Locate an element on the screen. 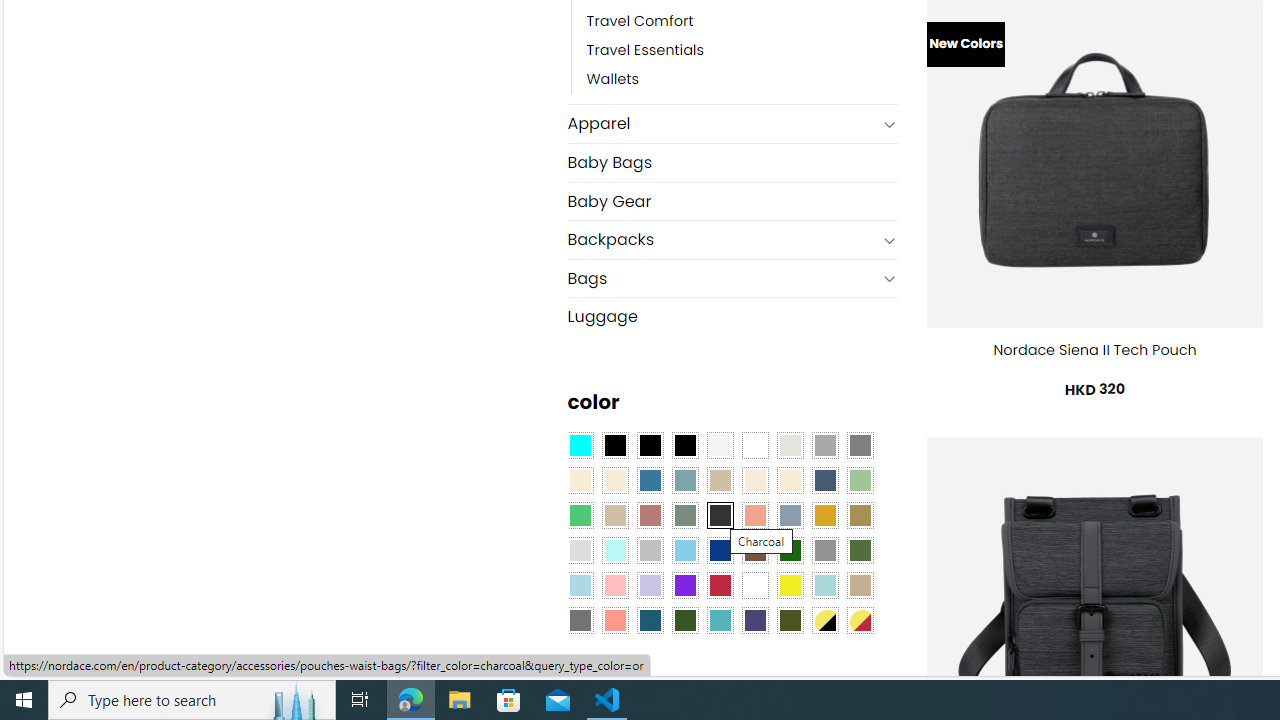 The image size is (1280, 720). 'Blue' is located at coordinates (650, 480).